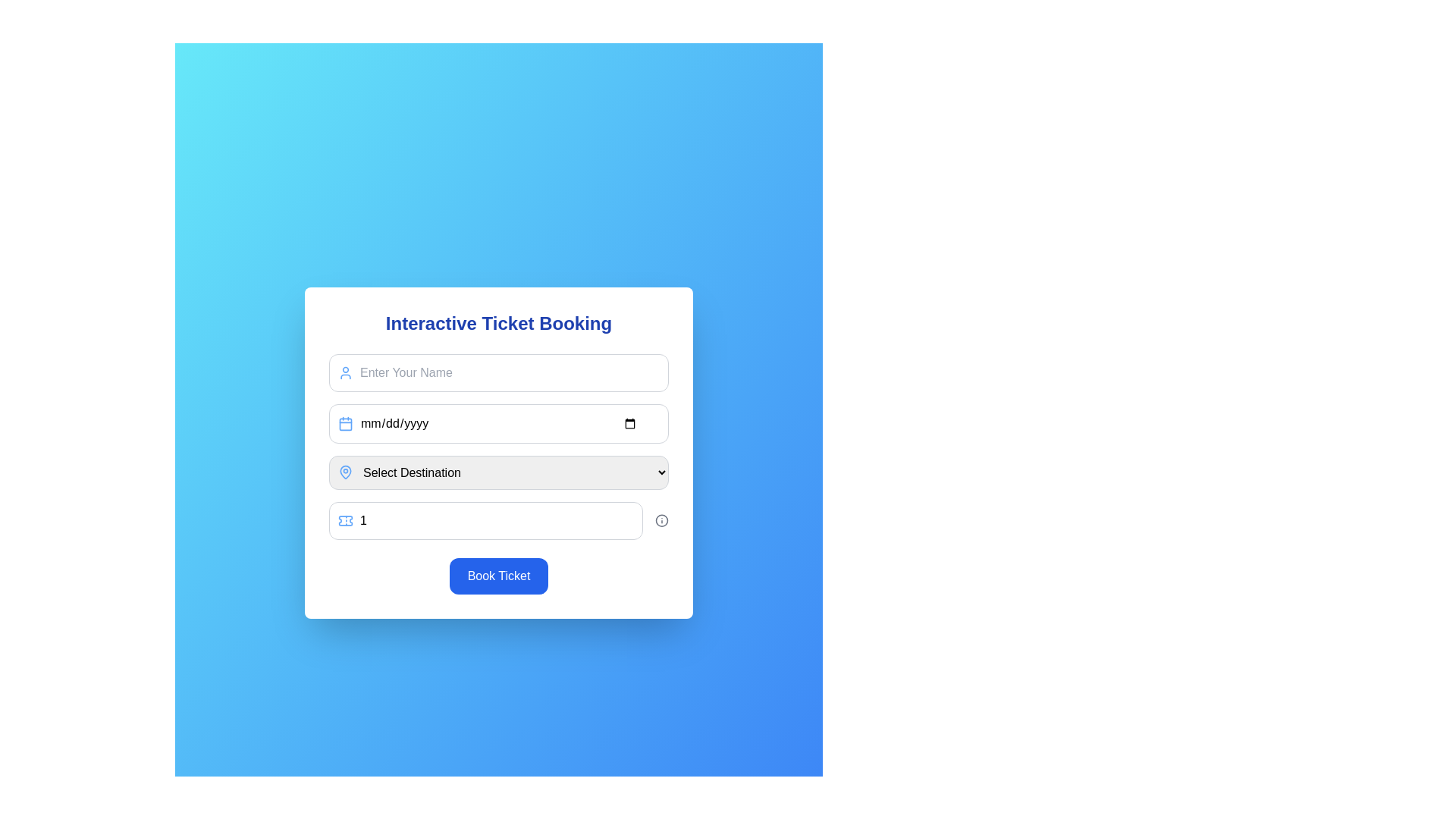 The width and height of the screenshot is (1456, 819). Describe the element at coordinates (661, 519) in the screenshot. I see `the Circular SVG shape which is styled as an SVG element with a radius of 10 units, located next to the number selector field in the ticket booking UI` at that location.